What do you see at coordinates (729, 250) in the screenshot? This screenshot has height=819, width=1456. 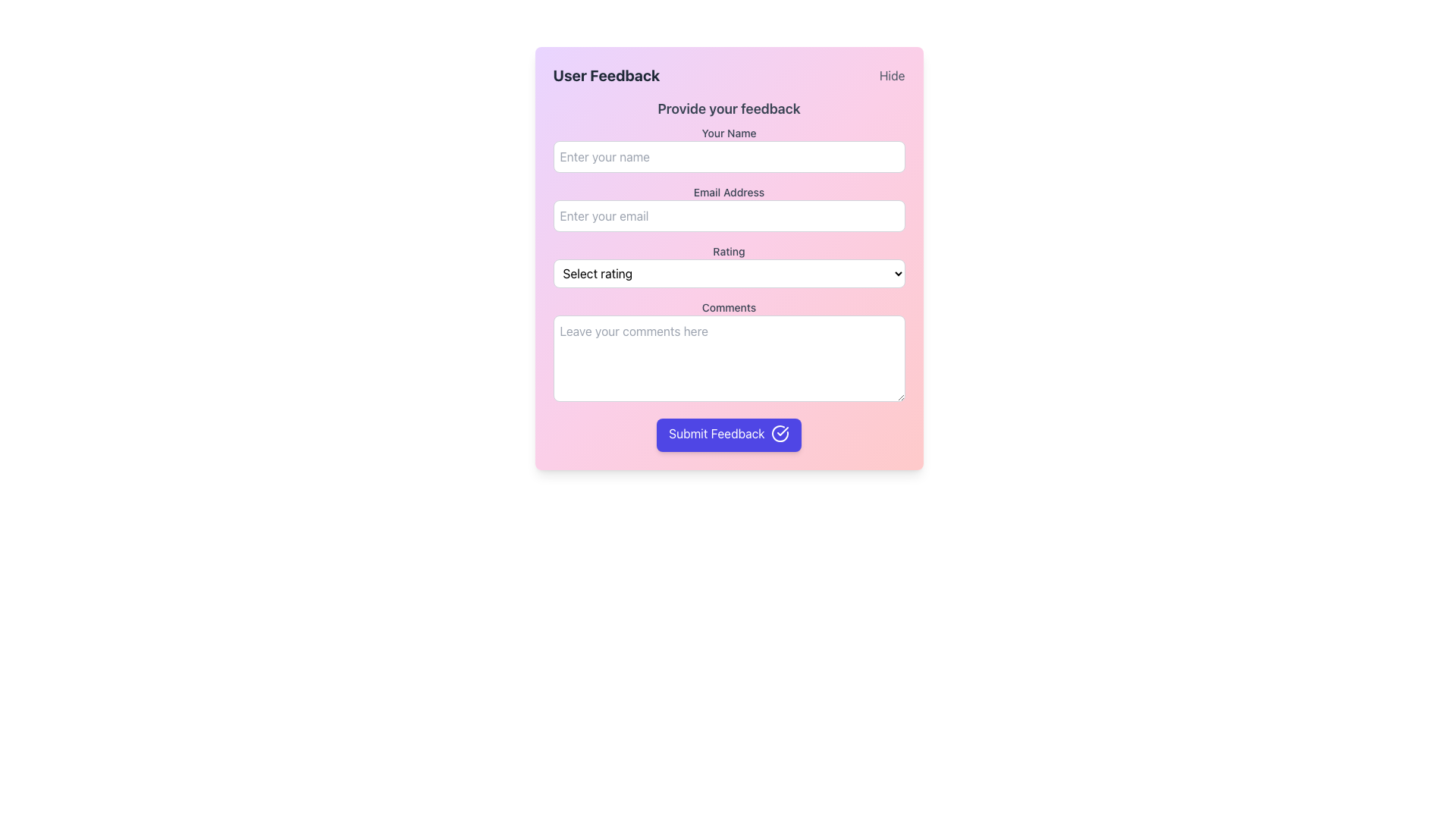 I see `the 'Rating' text label, which is styled in medium gray font and located above the 'Select rating' dropdown in the feedback form` at bounding box center [729, 250].